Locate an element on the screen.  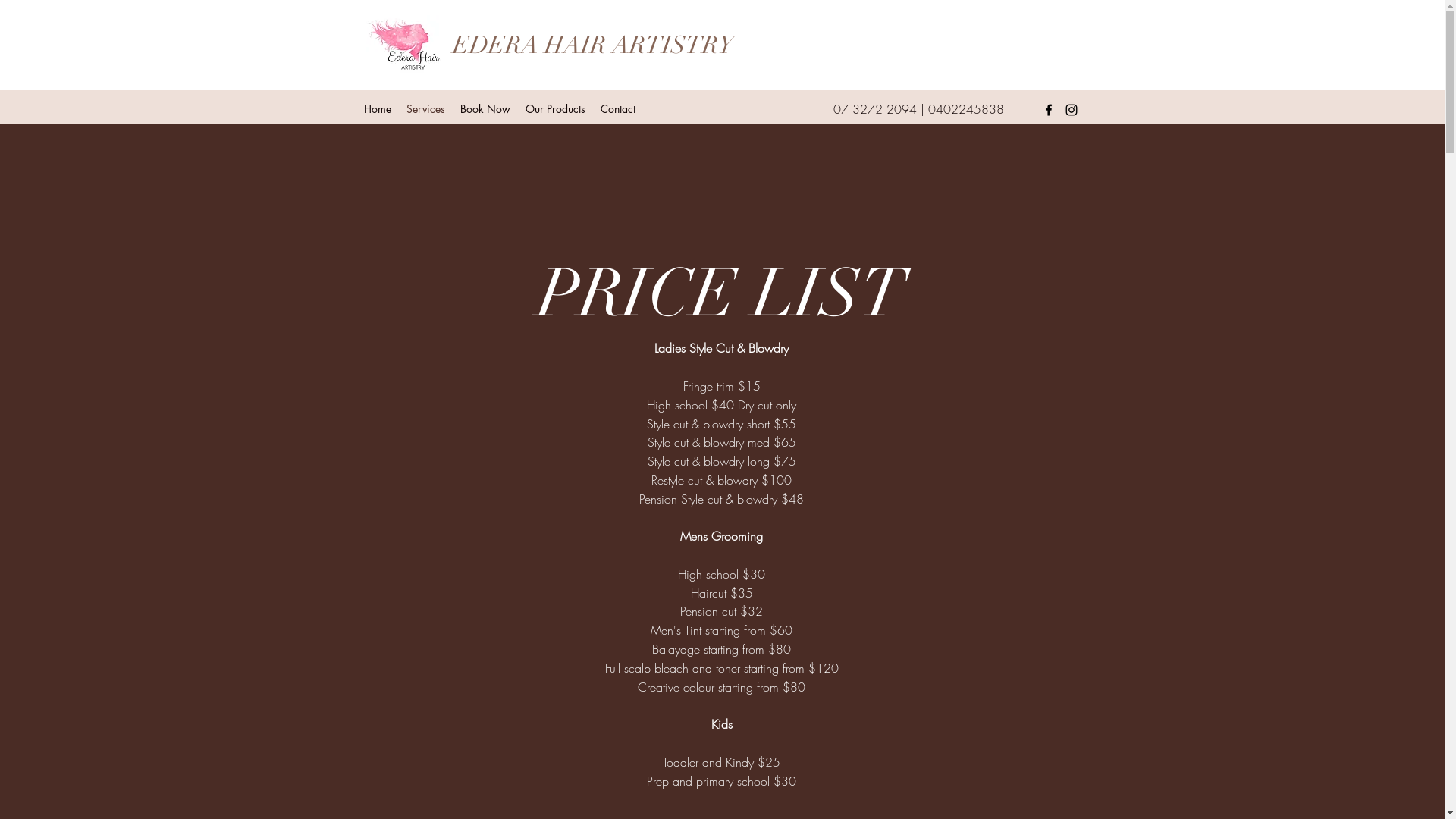
'Home' is located at coordinates (378, 108).